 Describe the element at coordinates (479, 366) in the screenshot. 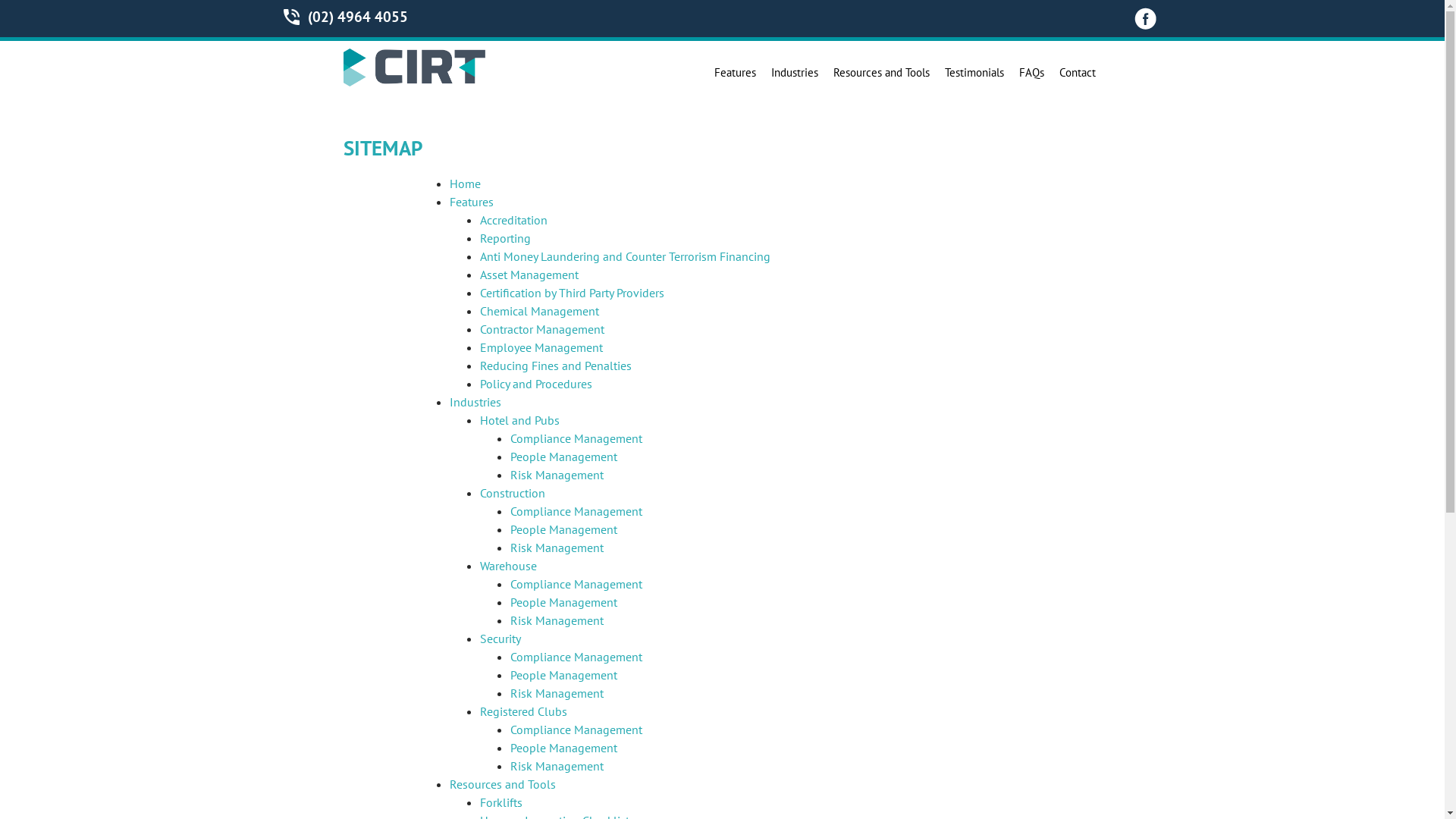

I see `'Reducing Fines and Penalties'` at that location.